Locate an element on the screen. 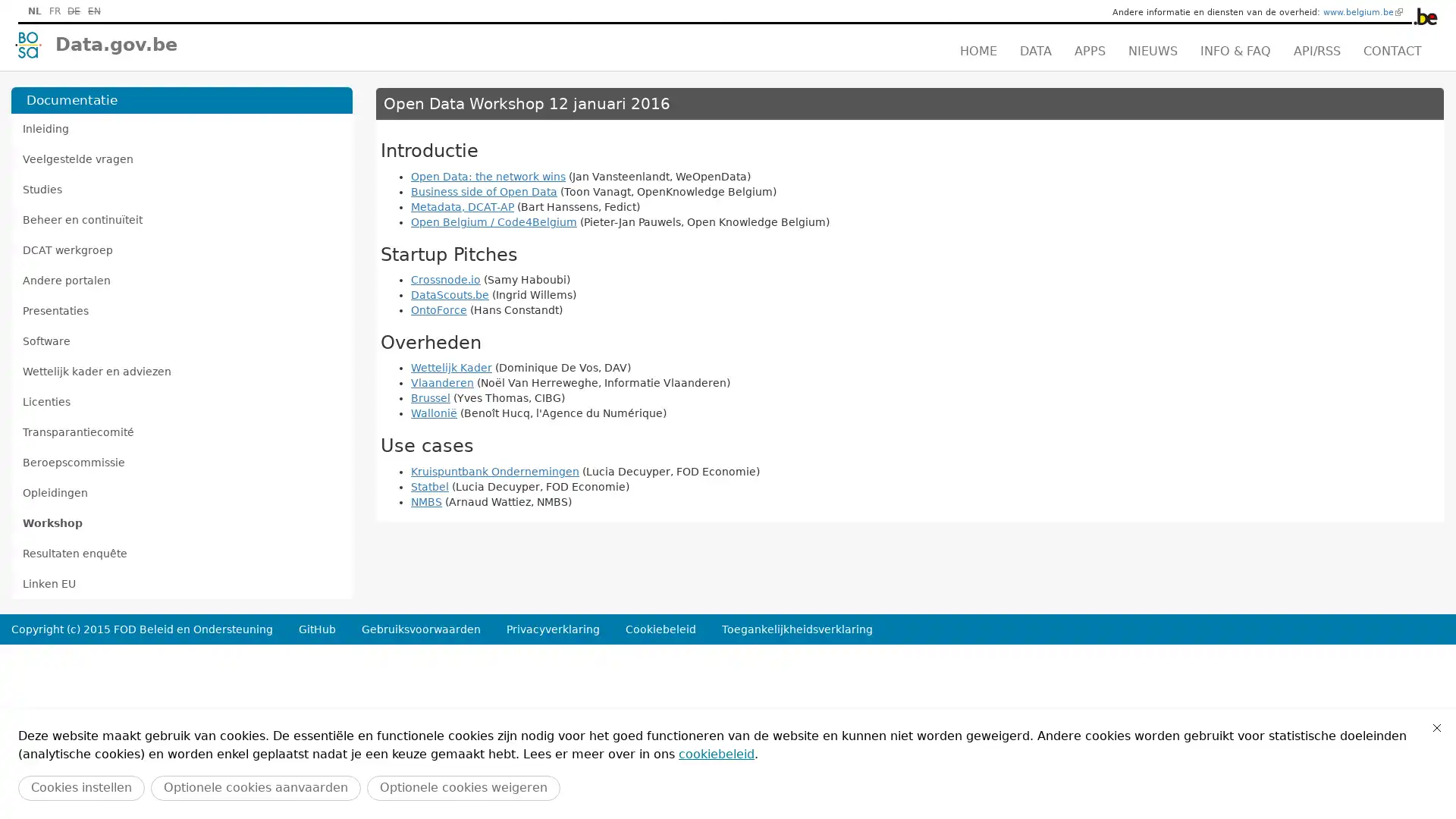 This screenshot has width=1456, height=819. Optionele cookies aanvaarden is located at coordinates (256, 787).